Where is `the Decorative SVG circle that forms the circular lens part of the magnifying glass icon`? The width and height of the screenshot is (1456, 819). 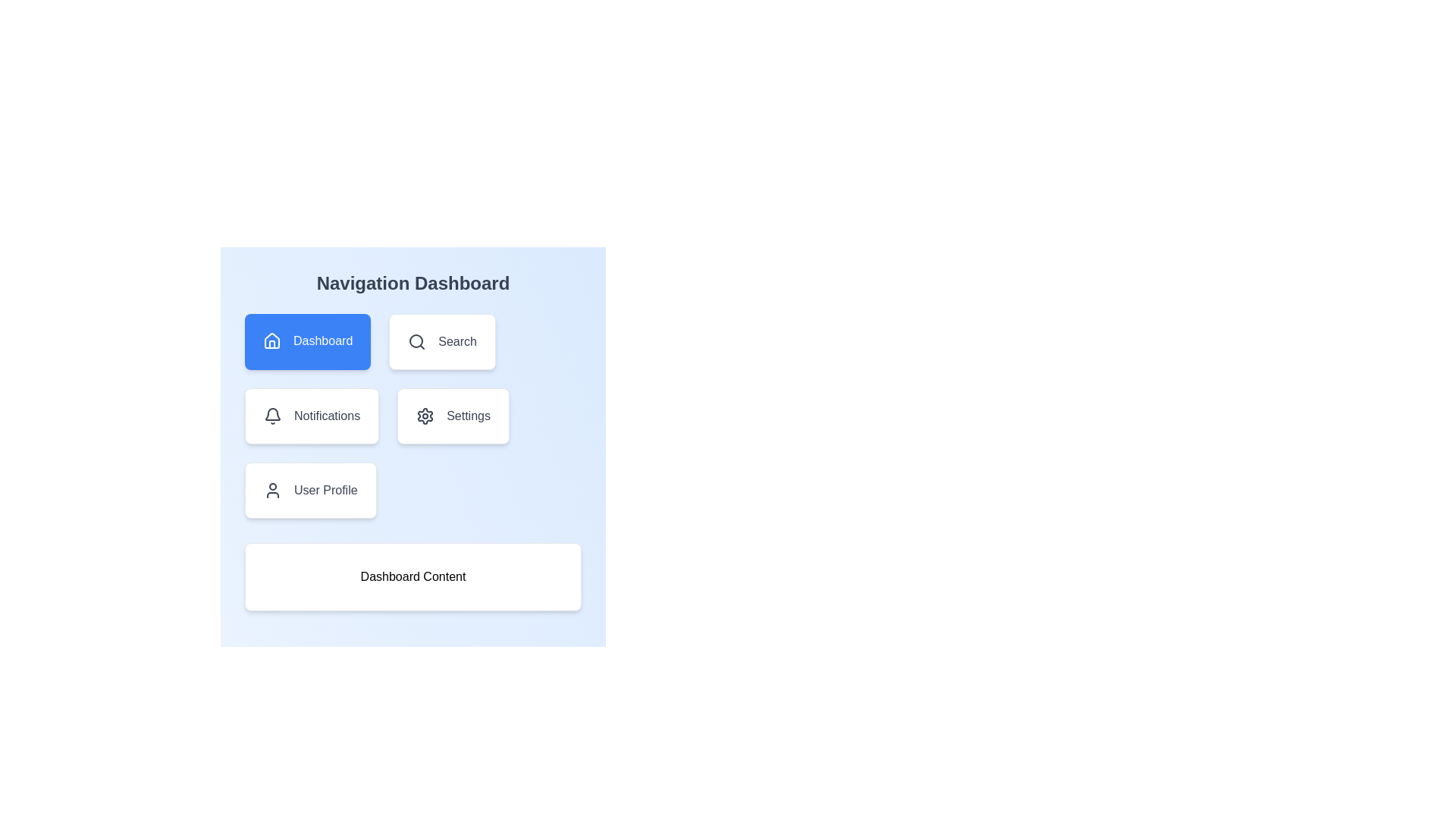 the Decorative SVG circle that forms the circular lens part of the magnifying glass icon is located at coordinates (416, 341).